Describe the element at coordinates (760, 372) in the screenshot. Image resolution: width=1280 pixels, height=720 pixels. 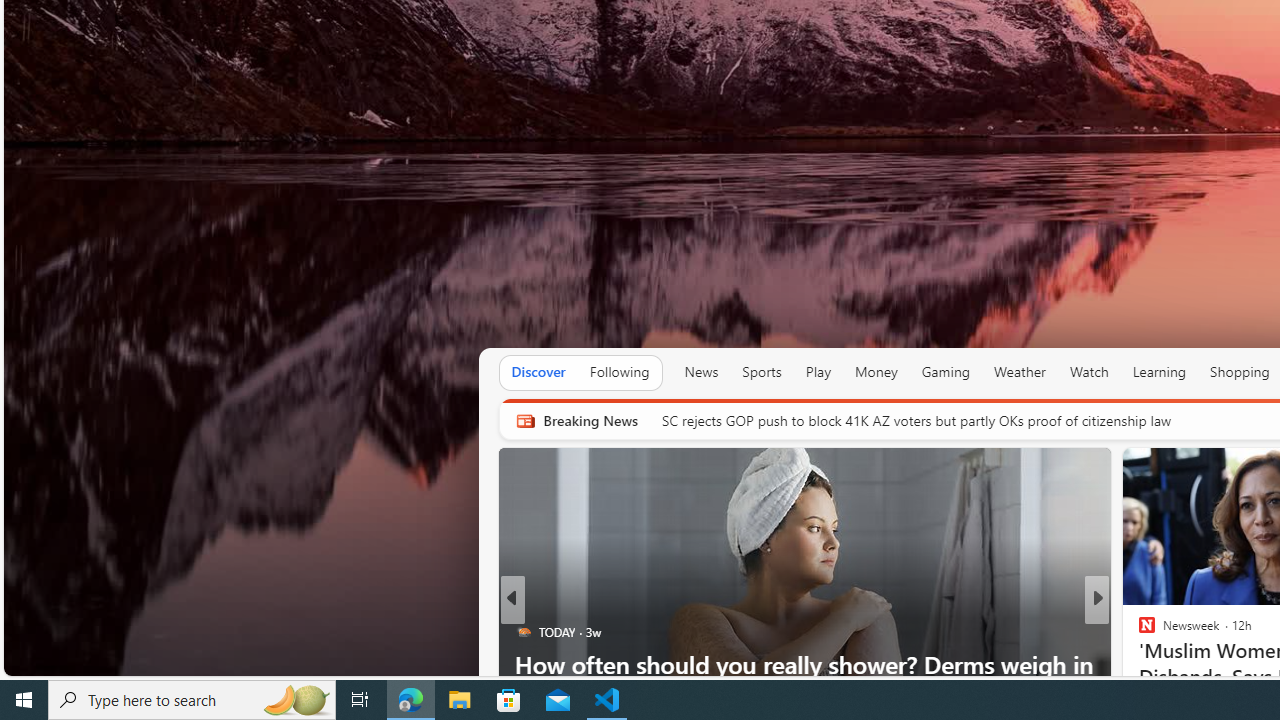
I see `'Sports'` at that location.